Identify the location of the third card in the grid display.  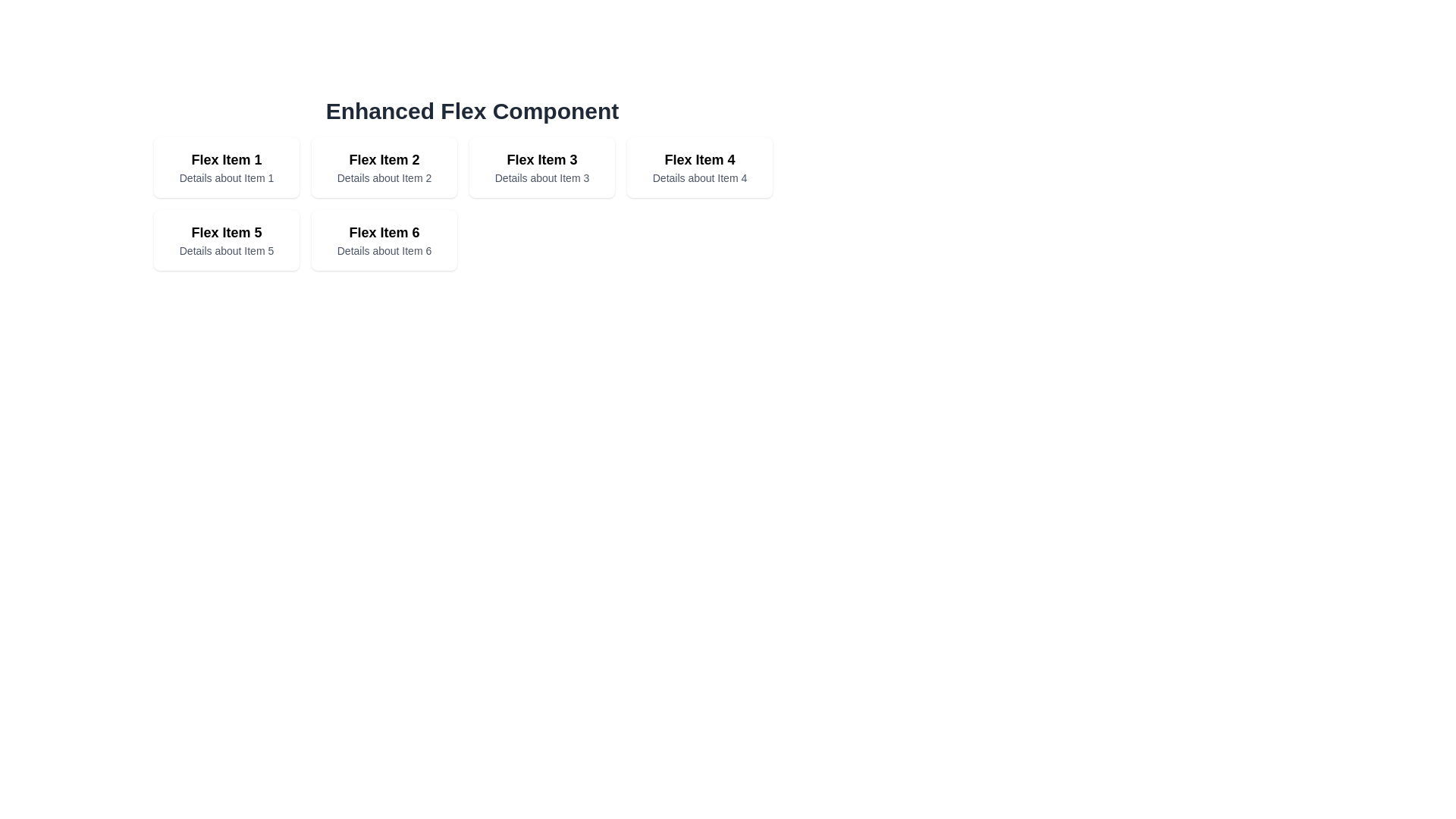
(542, 167).